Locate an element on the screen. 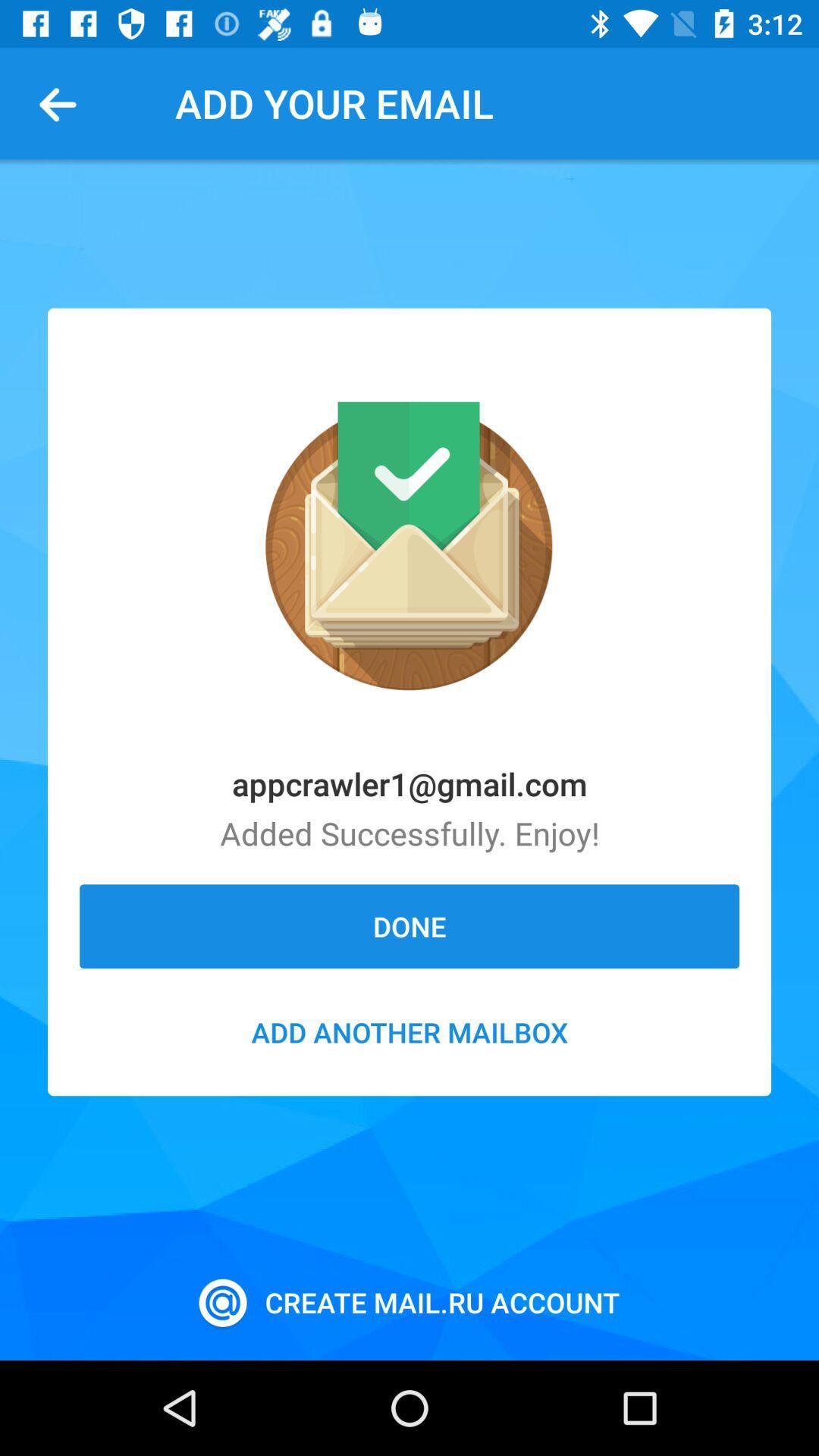 The height and width of the screenshot is (1456, 819). the icon above the add another mailbox item is located at coordinates (409, 925).